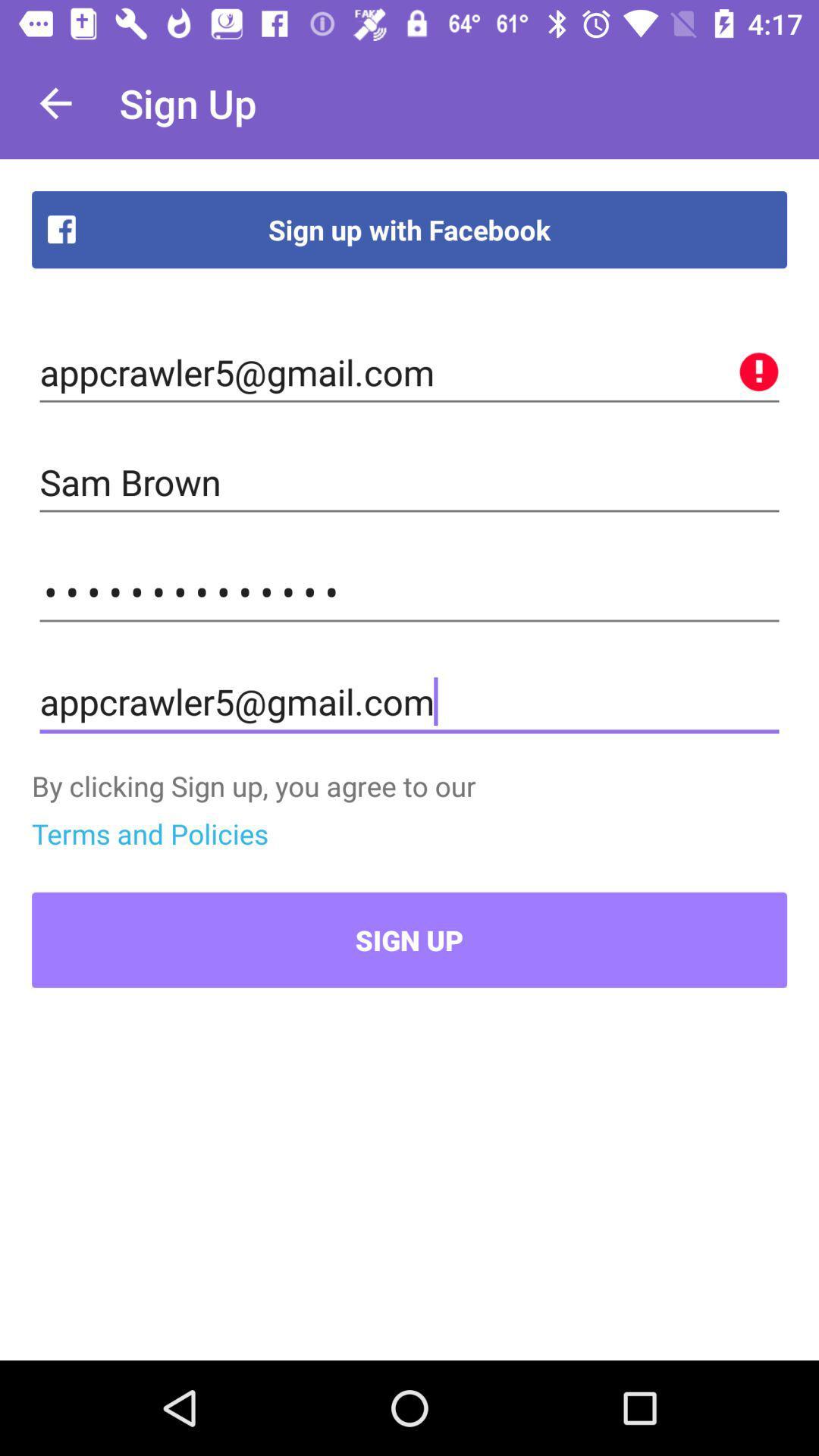 This screenshot has width=819, height=1456. What do you see at coordinates (409, 482) in the screenshot?
I see `the icon above appcrawler3116 item` at bounding box center [409, 482].